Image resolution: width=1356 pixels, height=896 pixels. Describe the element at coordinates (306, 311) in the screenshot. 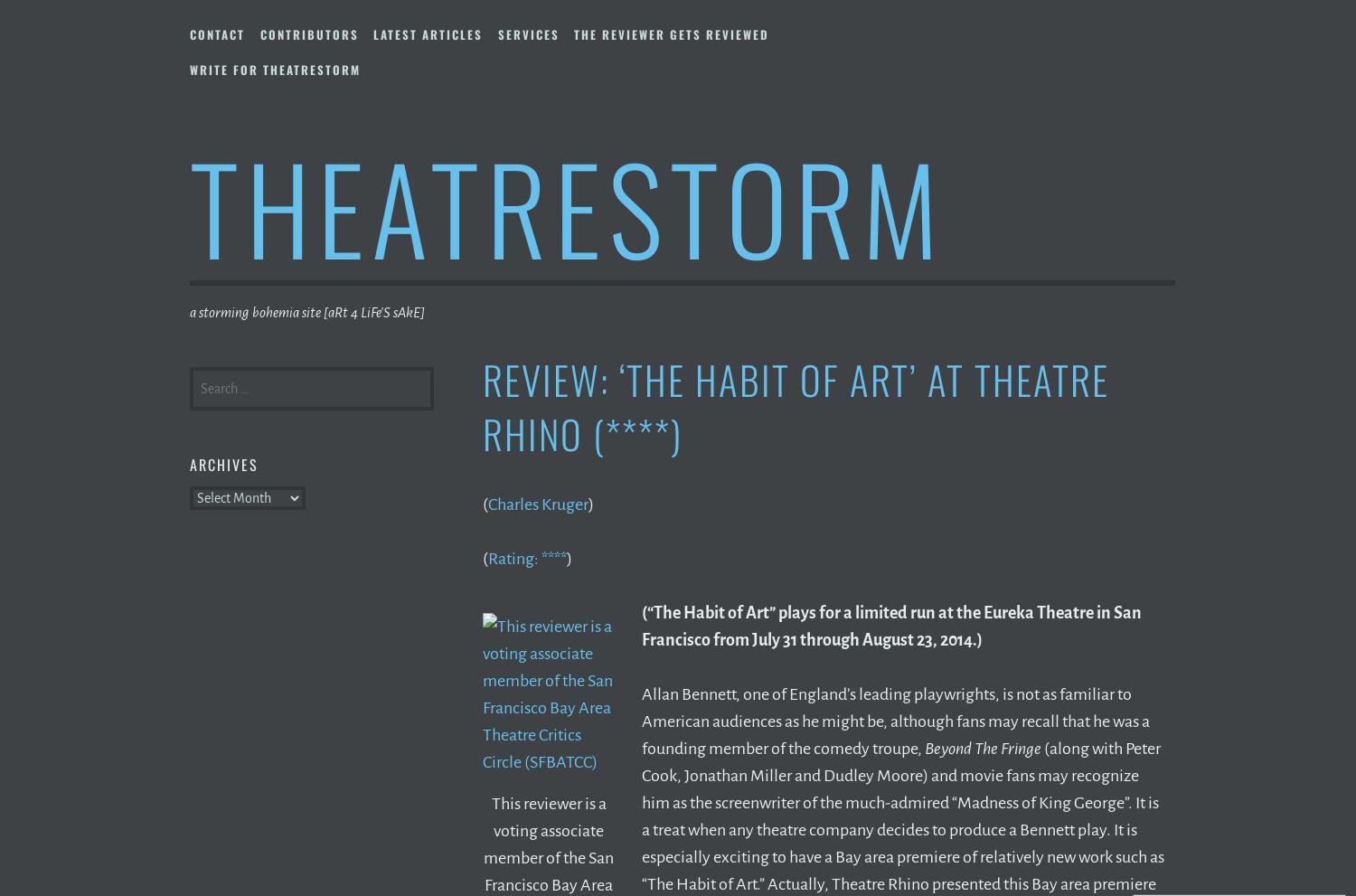

I see `'a storming bohemia site [aRt 4 LiFe'S sAkE]'` at that location.